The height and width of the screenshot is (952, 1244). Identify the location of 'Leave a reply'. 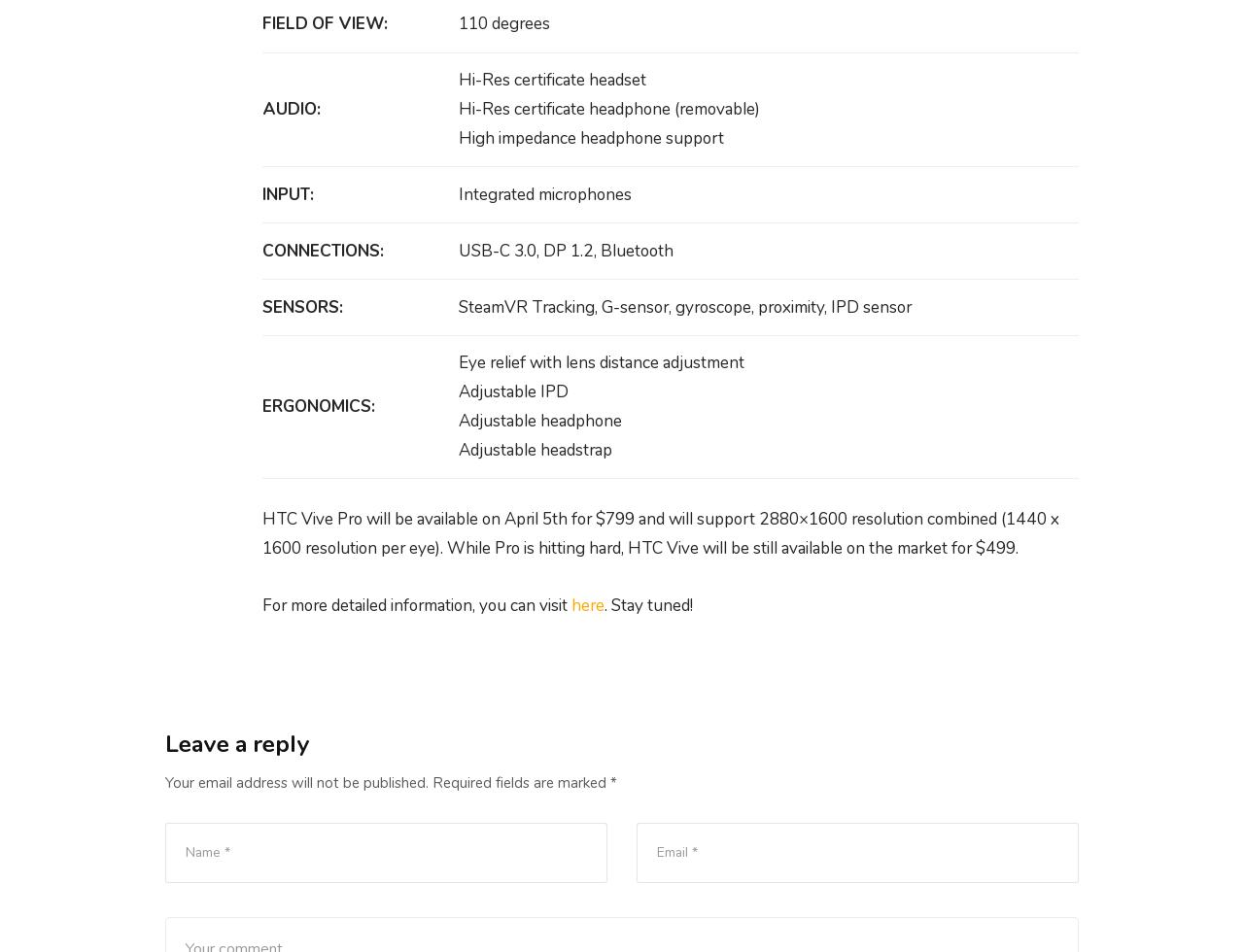
(236, 743).